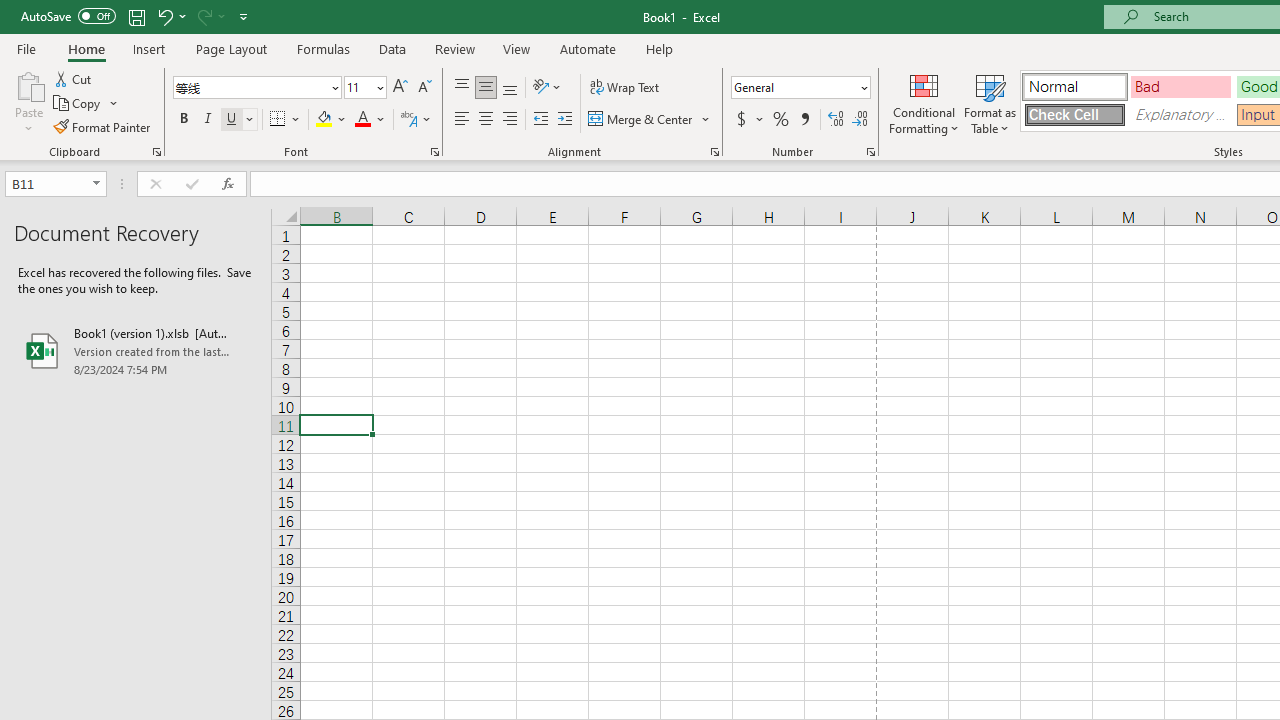 The width and height of the screenshot is (1280, 720). I want to click on 'Format Cell Font', so click(434, 150).